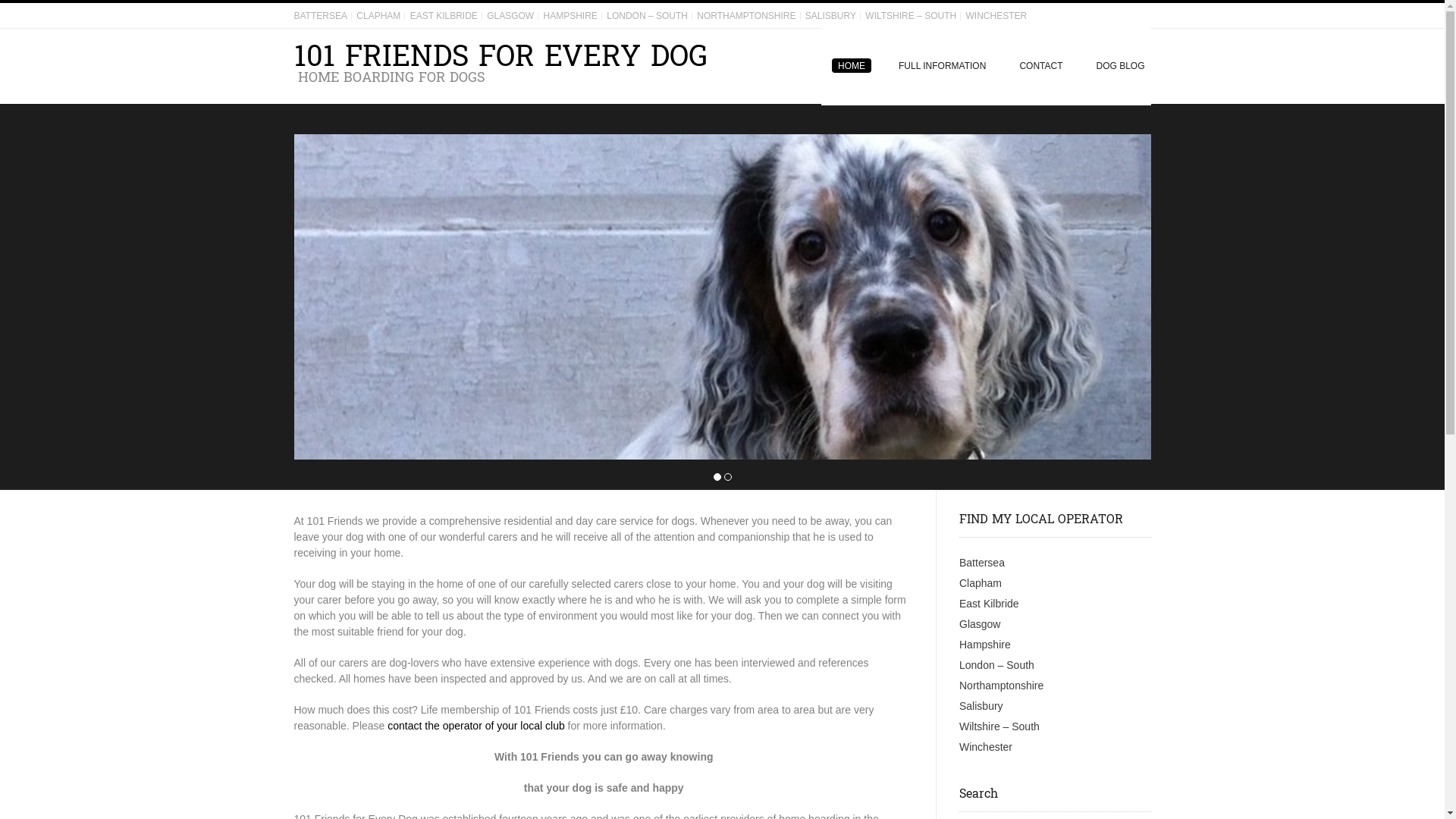 This screenshot has height=819, width=1456. I want to click on 'Northamptonshire', so click(1001, 685).